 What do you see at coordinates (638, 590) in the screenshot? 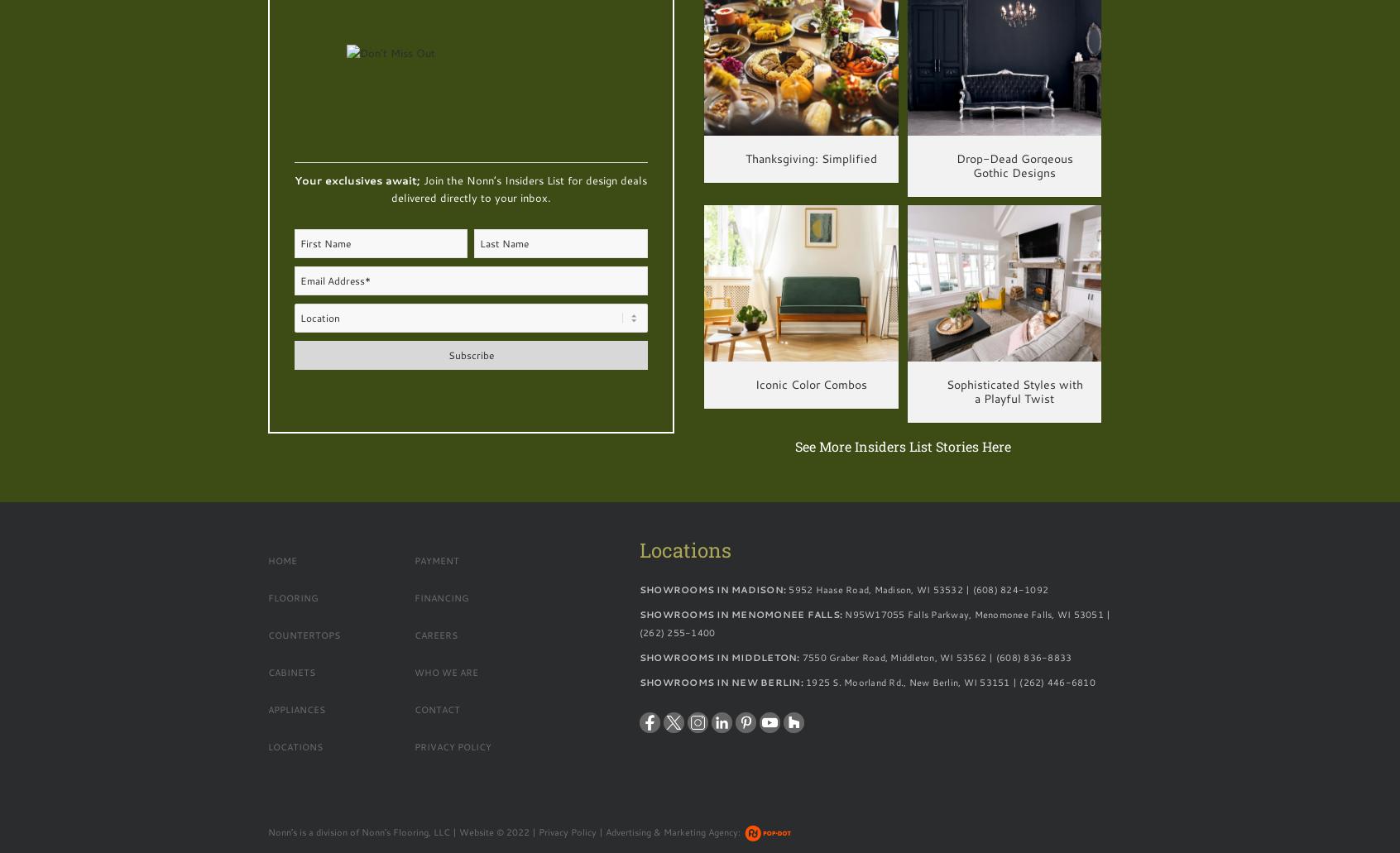
I see `'SHOWROOMS IN MADISON:'` at bounding box center [638, 590].